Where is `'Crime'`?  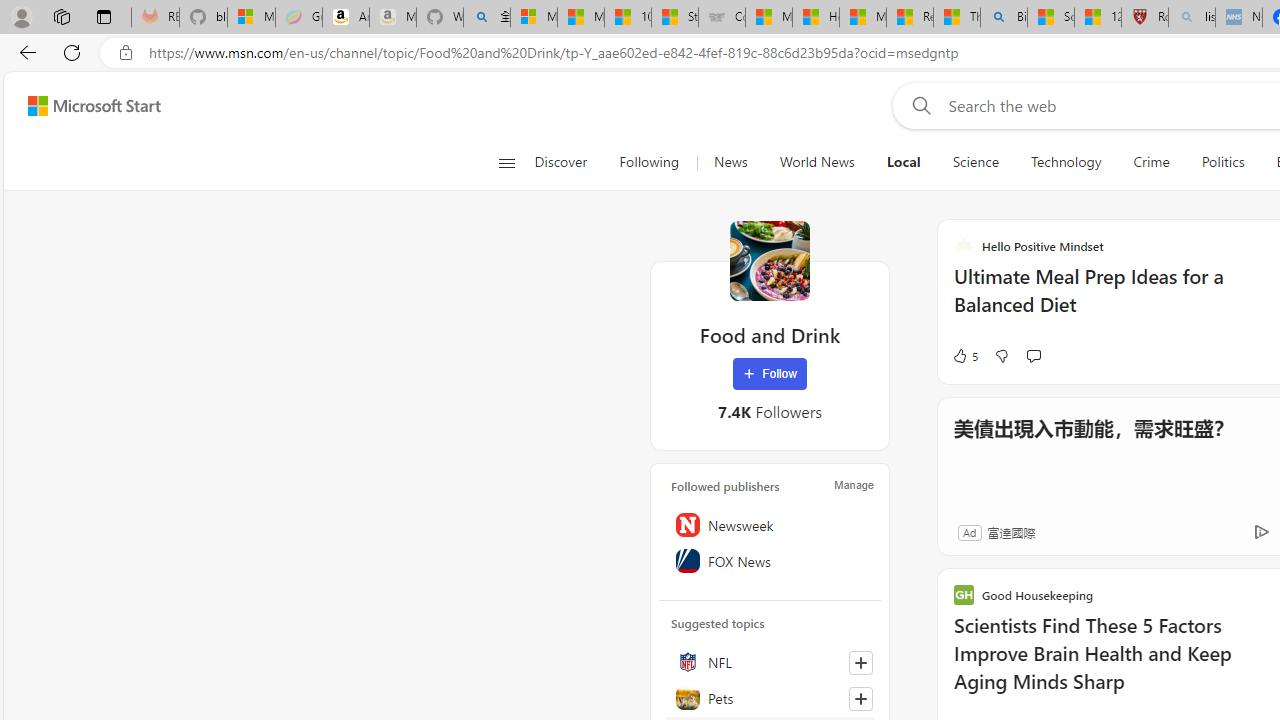 'Crime' is located at coordinates (1151, 162).